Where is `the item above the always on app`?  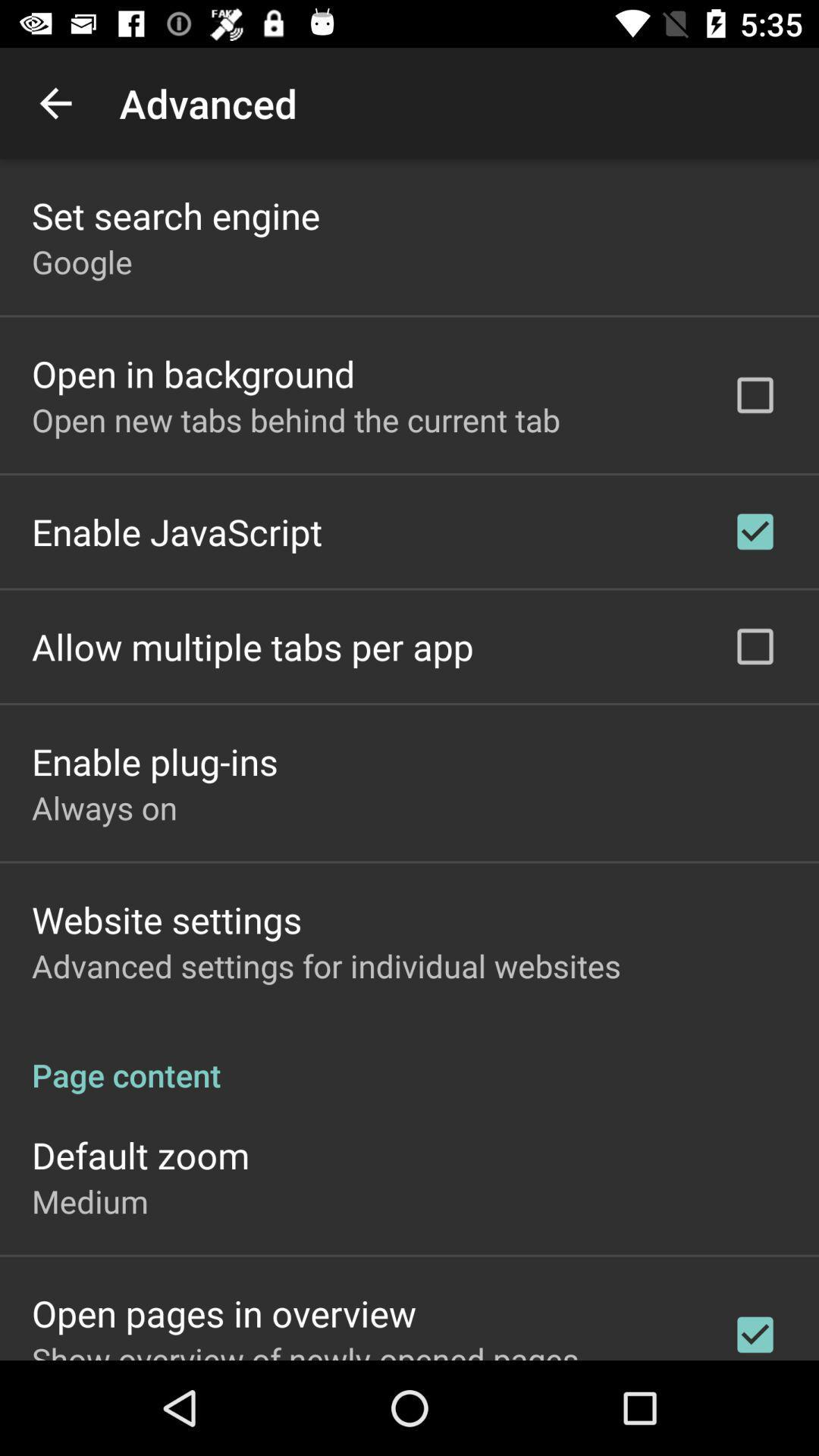 the item above the always on app is located at coordinates (155, 761).